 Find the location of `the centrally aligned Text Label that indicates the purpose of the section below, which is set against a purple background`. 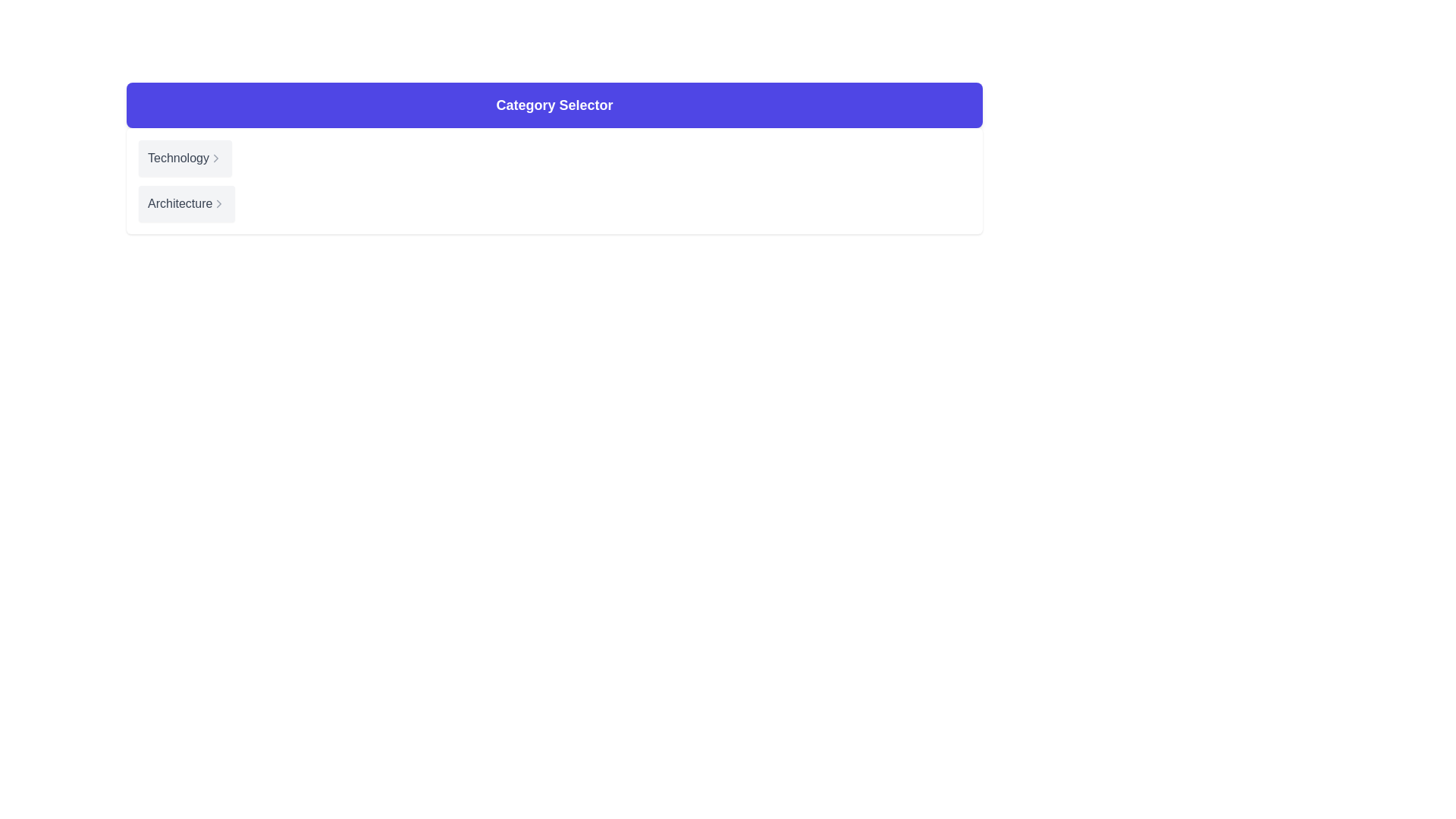

the centrally aligned Text Label that indicates the purpose of the section below, which is set against a purple background is located at coordinates (554, 104).